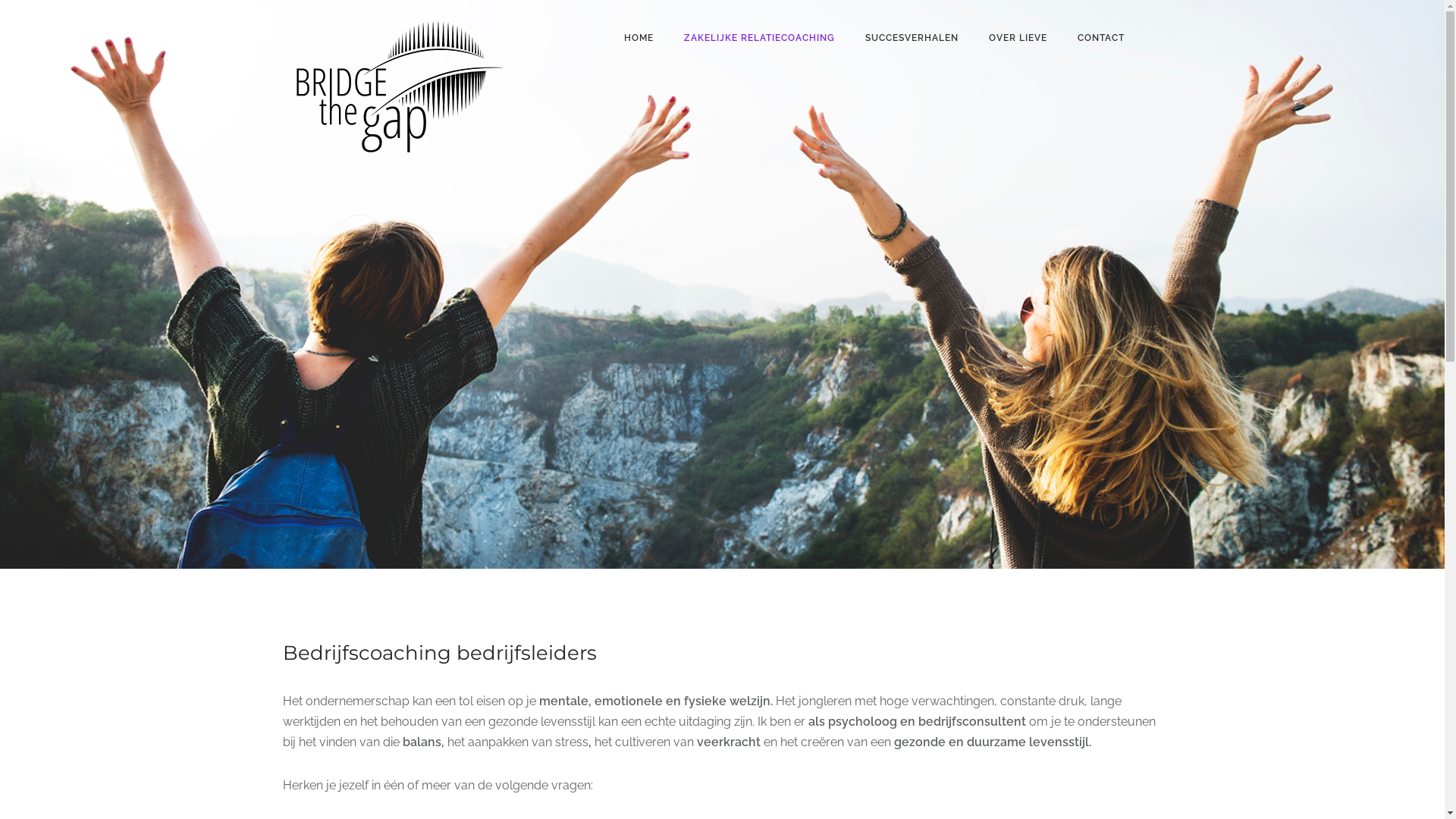 Image resolution: width=1456 pixels, height=819 pixels. Describe the element at coordinates (638, 37) in the screenshot. I see `'HOME'` at that location.